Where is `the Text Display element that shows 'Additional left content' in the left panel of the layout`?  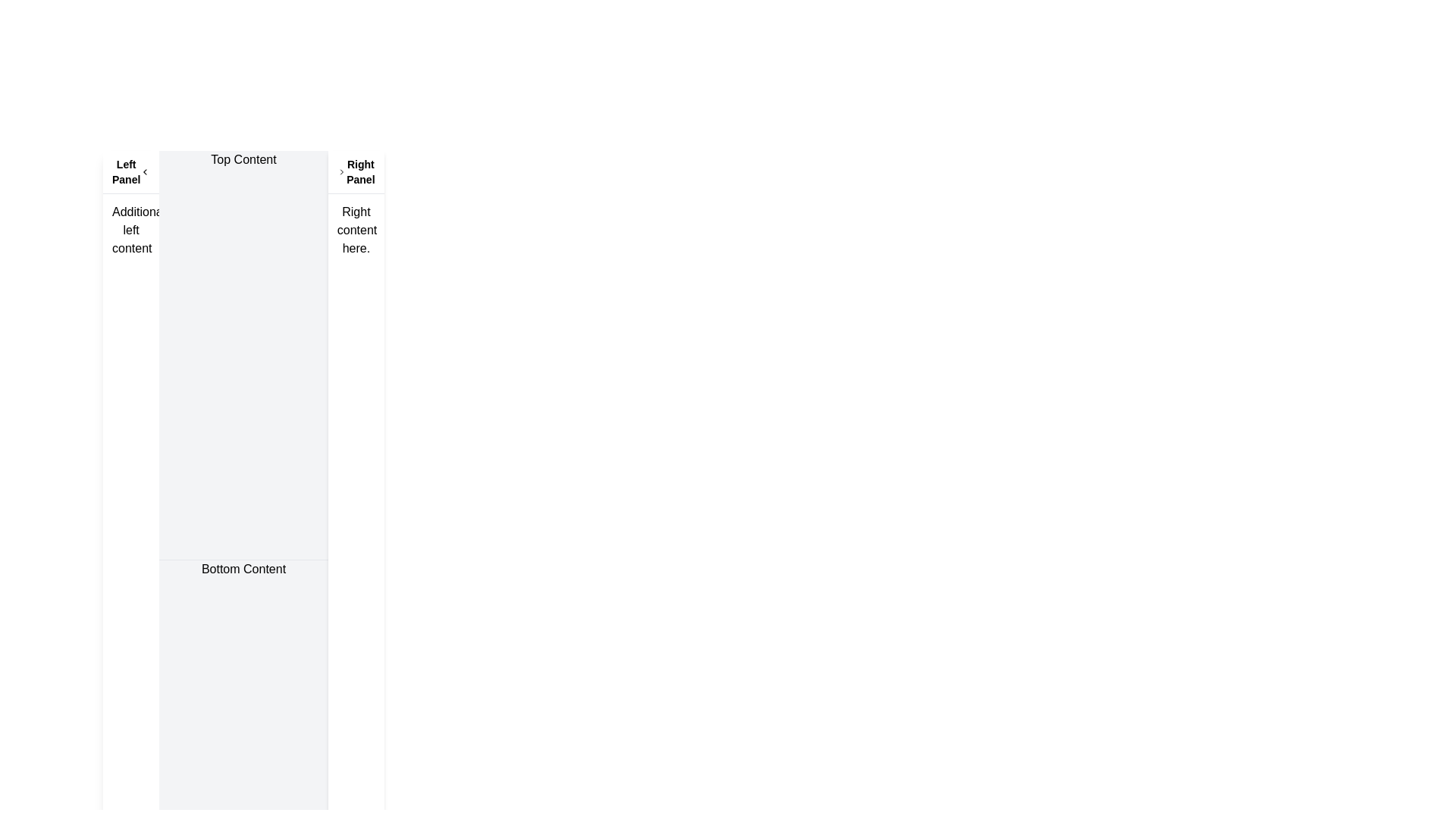
the Text Display element that shows 'Additional left content' in the left panel of the layout is located at coordinates (131, 231).